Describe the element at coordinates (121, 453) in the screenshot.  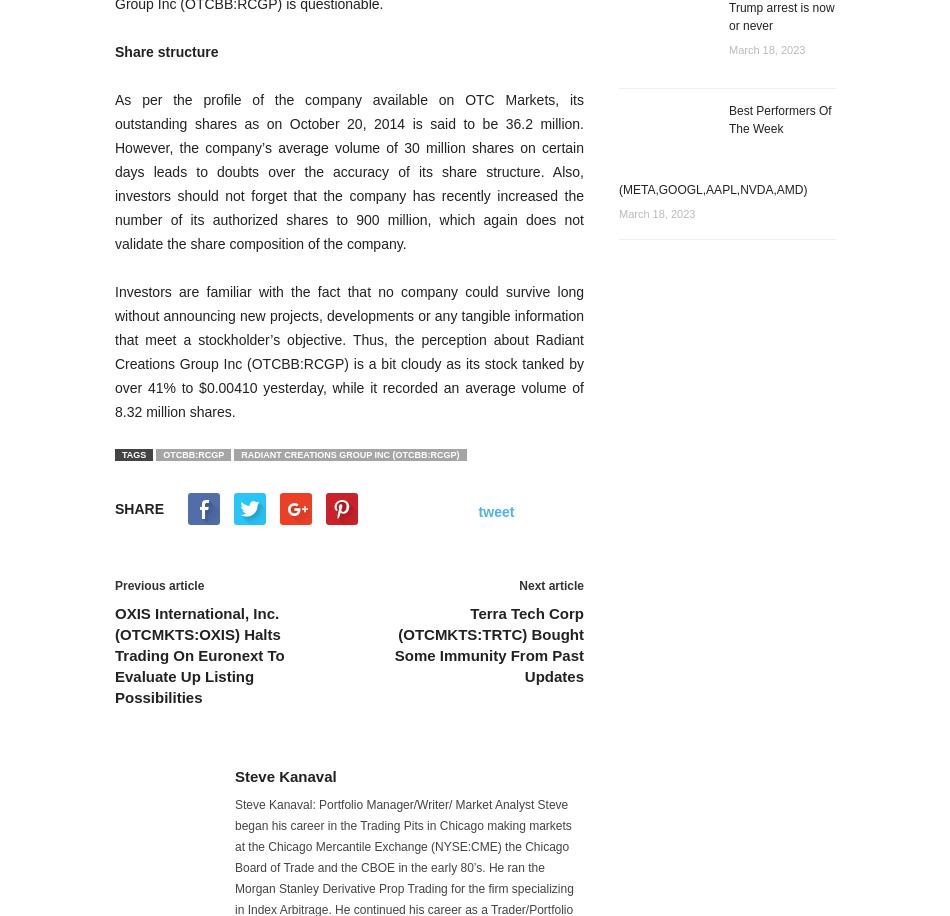
I see `'TAGS'` at that location.